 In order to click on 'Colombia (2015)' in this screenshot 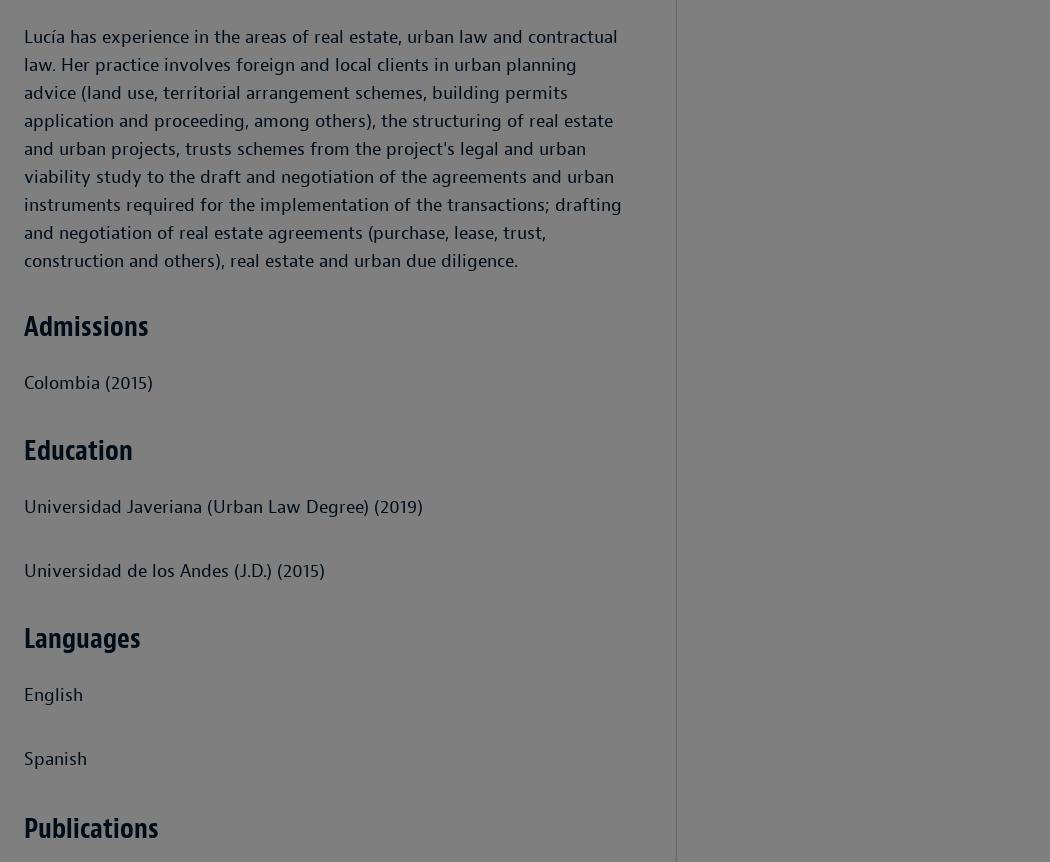, I will do `click(88, 382)`.